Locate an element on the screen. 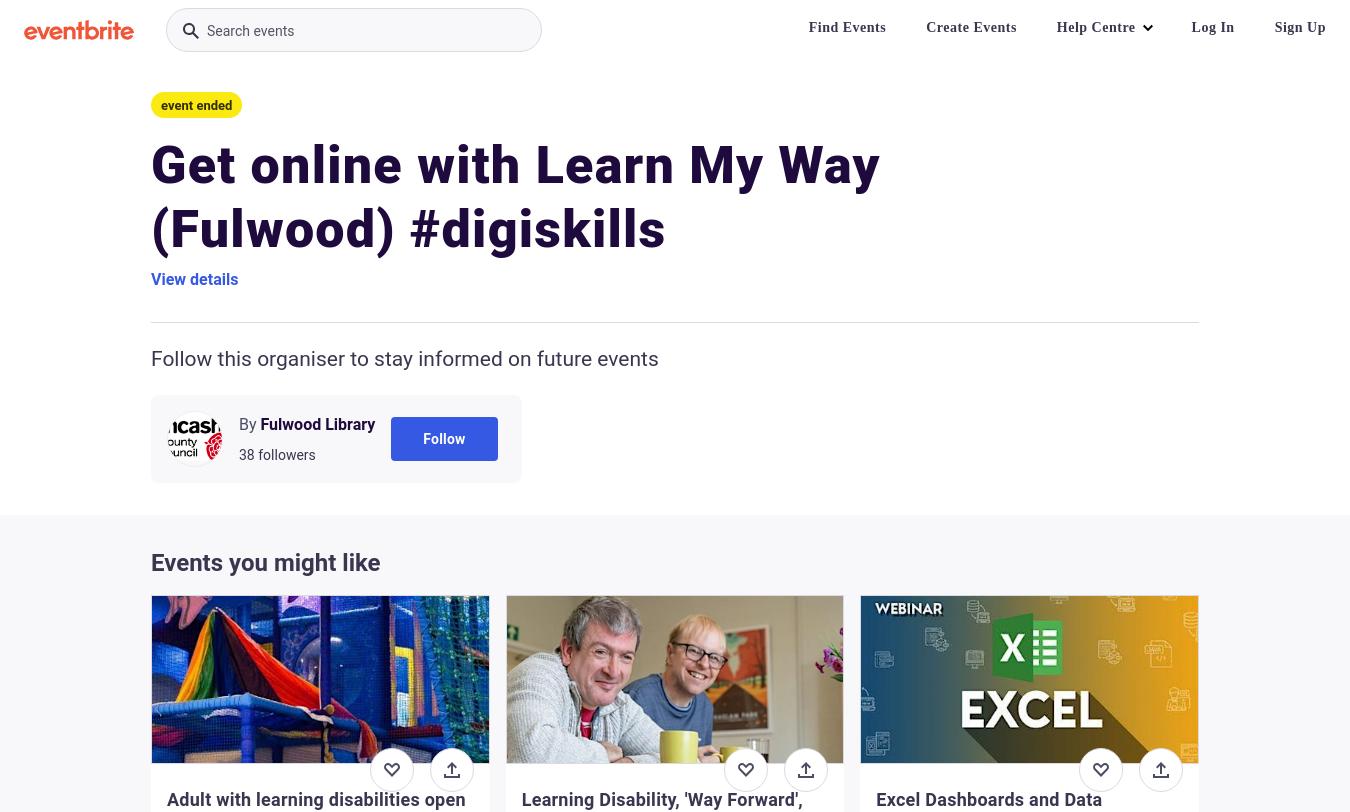  'Sign Up' is located at coordinates (1300, 27).